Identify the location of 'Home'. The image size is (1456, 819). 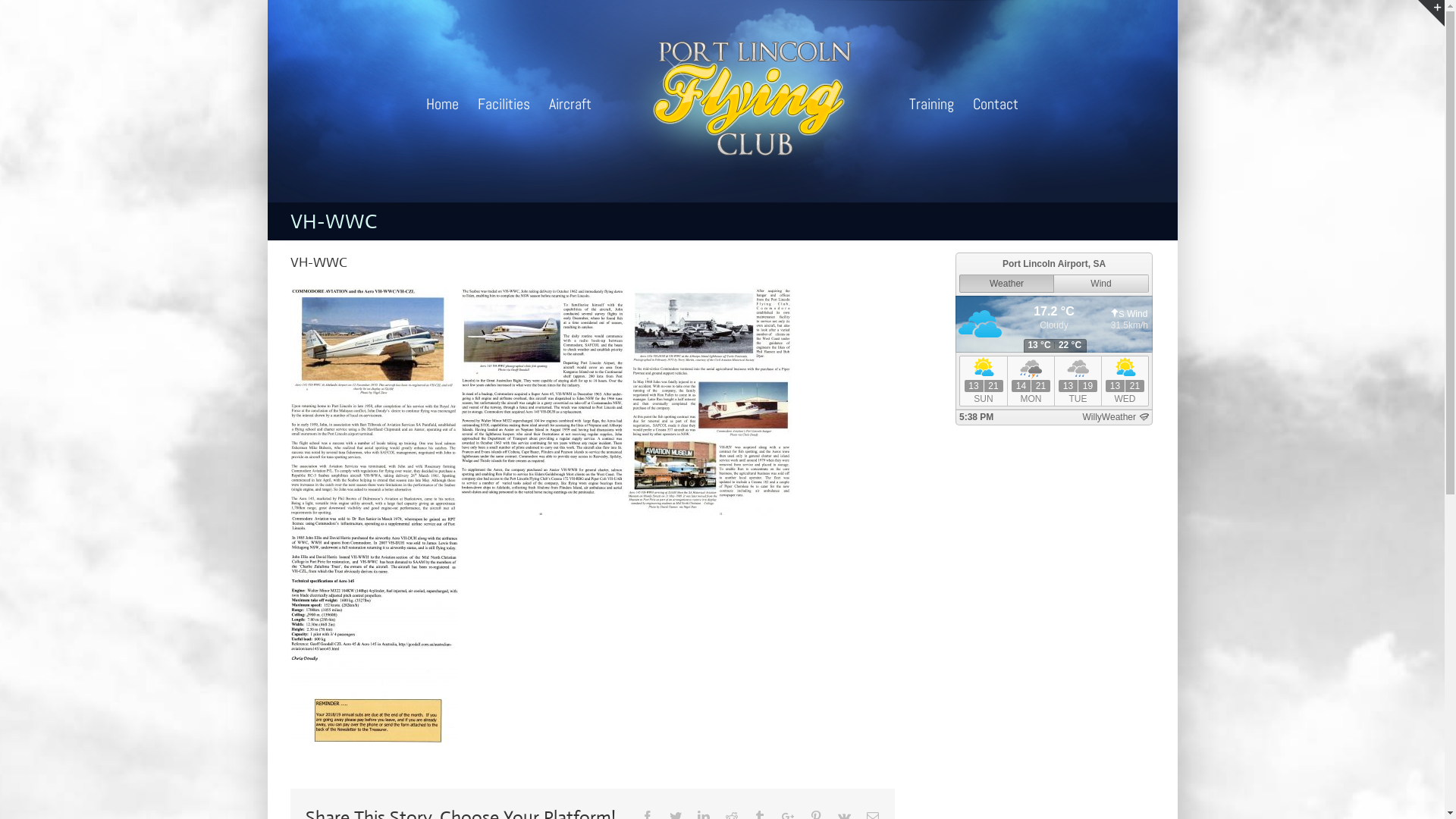
(441, 102).